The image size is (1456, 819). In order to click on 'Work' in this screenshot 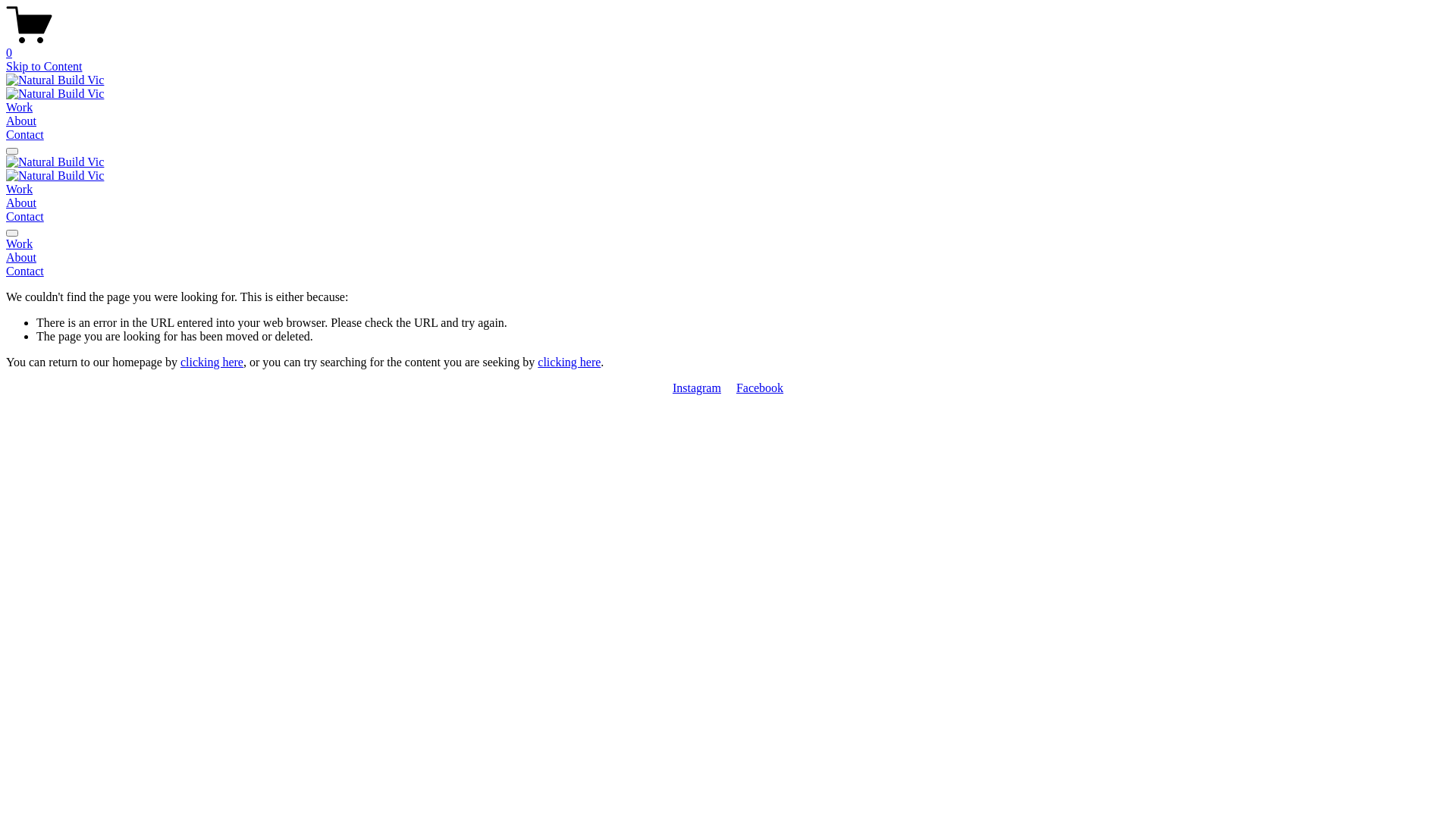, I will do `click(19, 106)`.